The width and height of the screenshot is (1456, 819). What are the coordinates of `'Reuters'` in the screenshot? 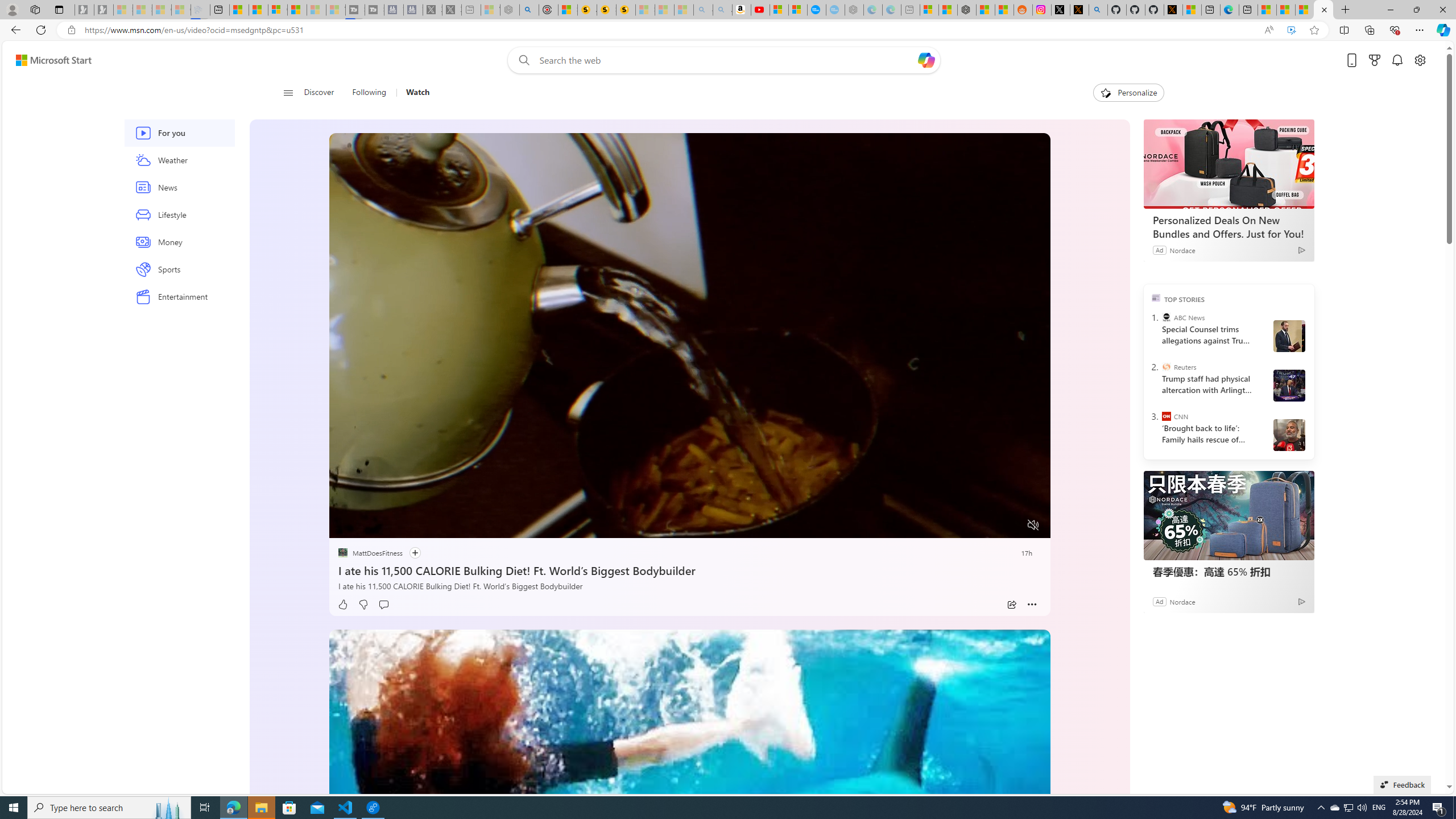 It's located at (1166, 366).